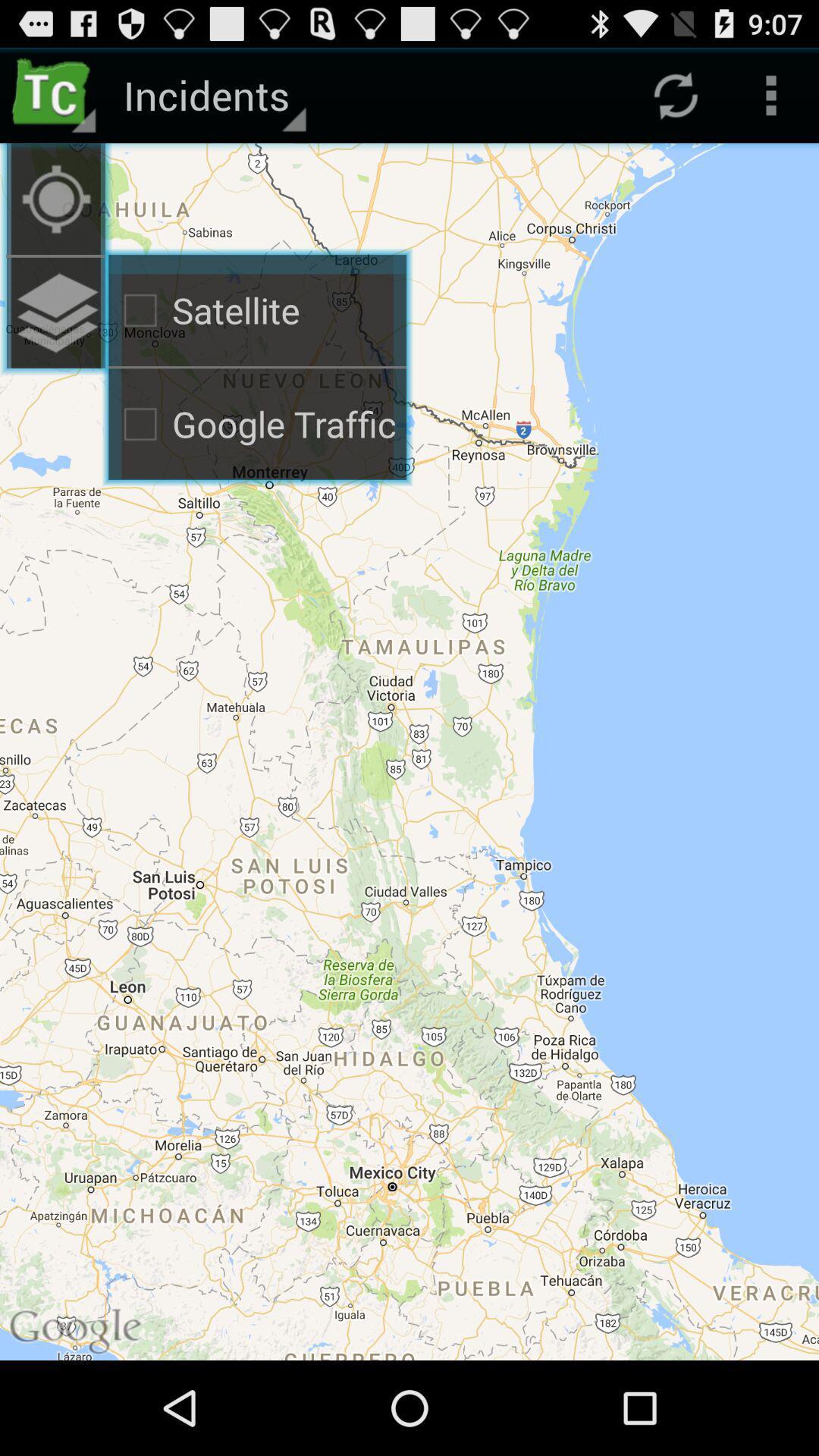  What do you see at coordinates (55, 334) in the screenshot?
I see `the layers icon` at bounding box center [55, 334].